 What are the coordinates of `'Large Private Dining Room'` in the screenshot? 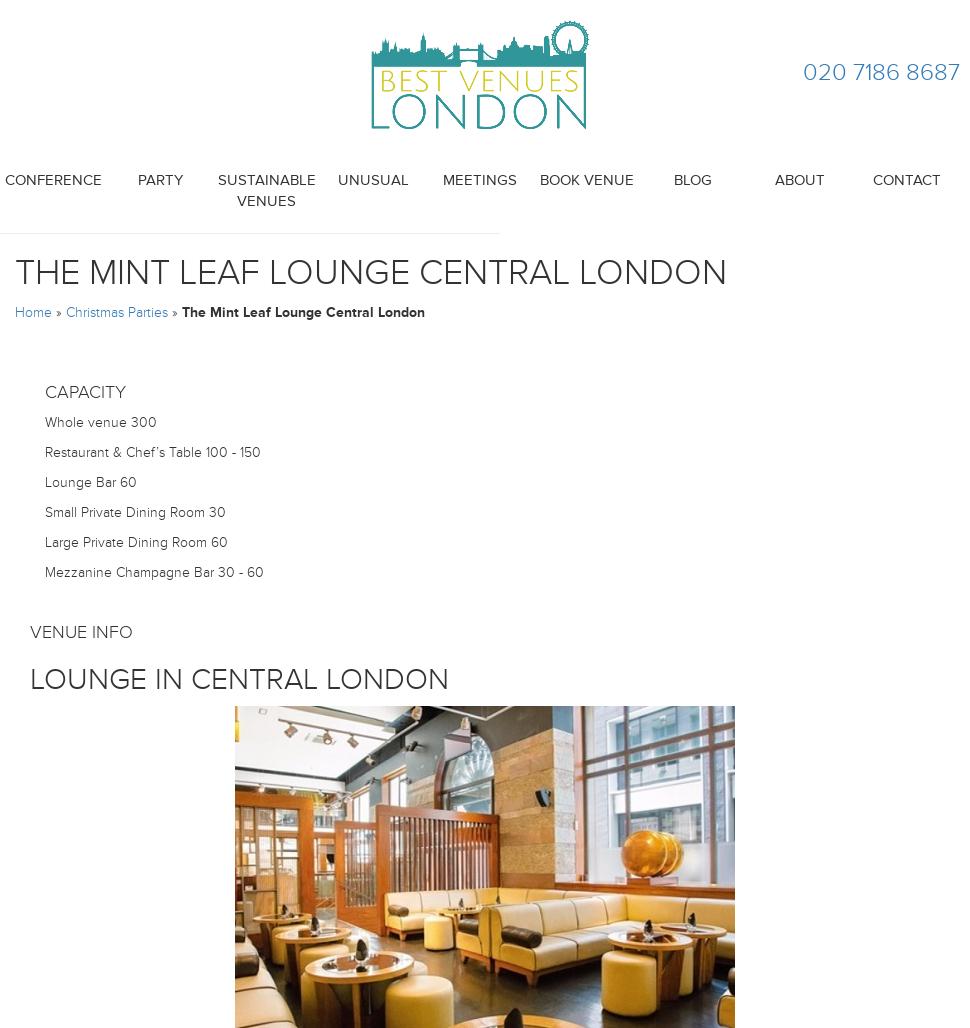 It's located at (128, 542).